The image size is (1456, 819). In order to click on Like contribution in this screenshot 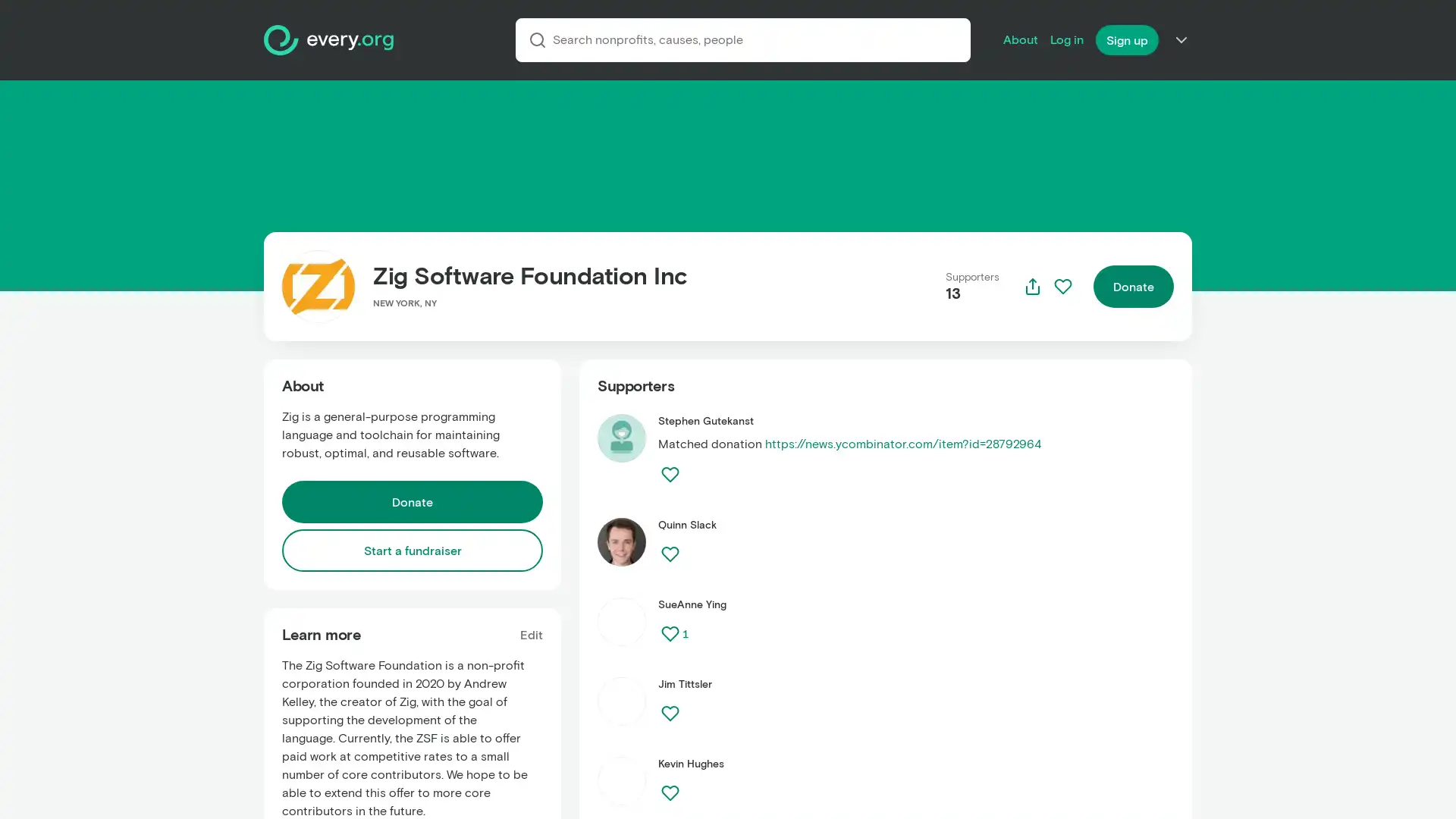, I will do `click(669, 554)`.